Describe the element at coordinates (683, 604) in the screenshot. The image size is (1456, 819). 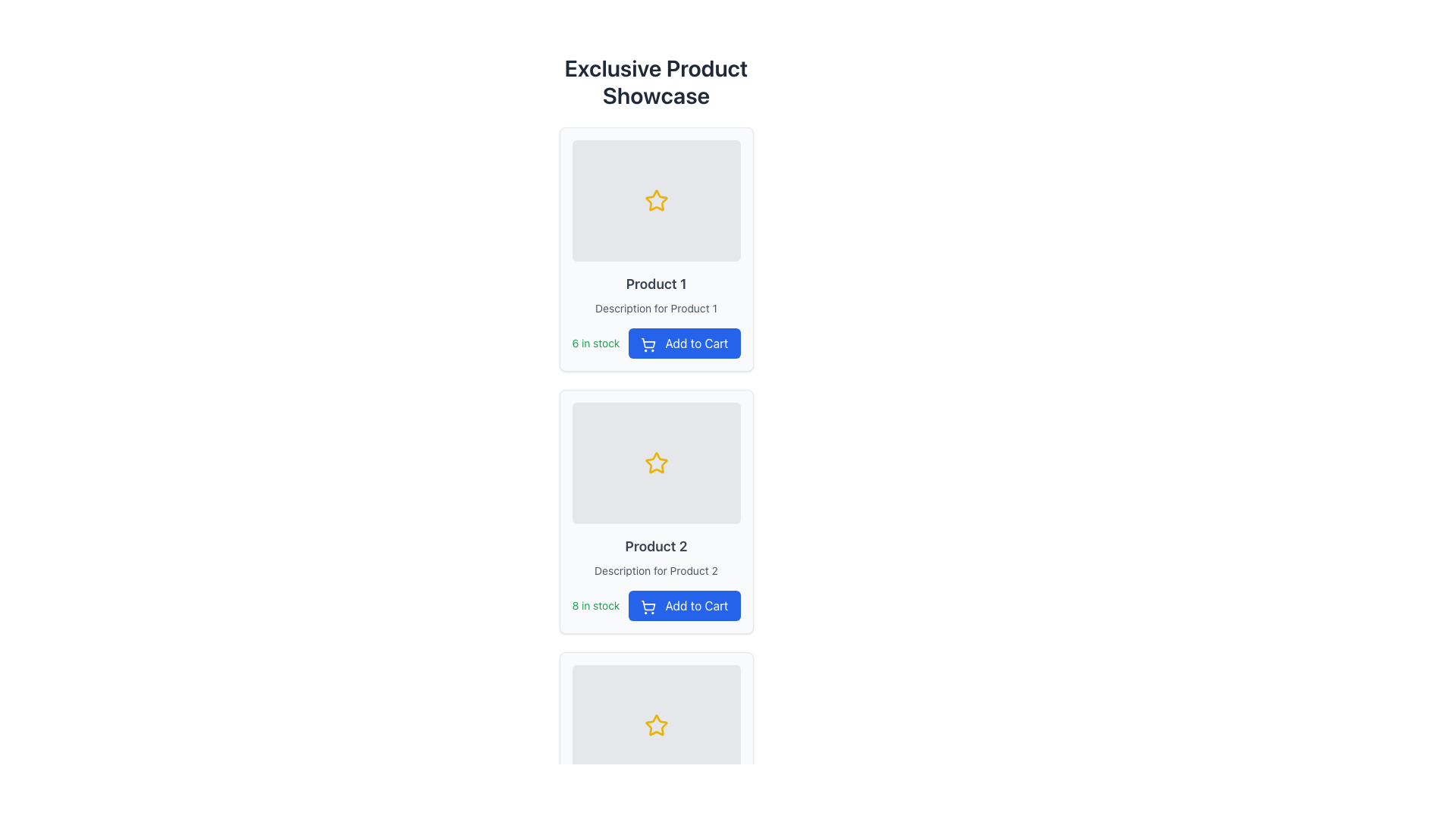
I see `the 'Add to Cart' button located at the bottom-right corner of the 'Product 2' card` at that location.